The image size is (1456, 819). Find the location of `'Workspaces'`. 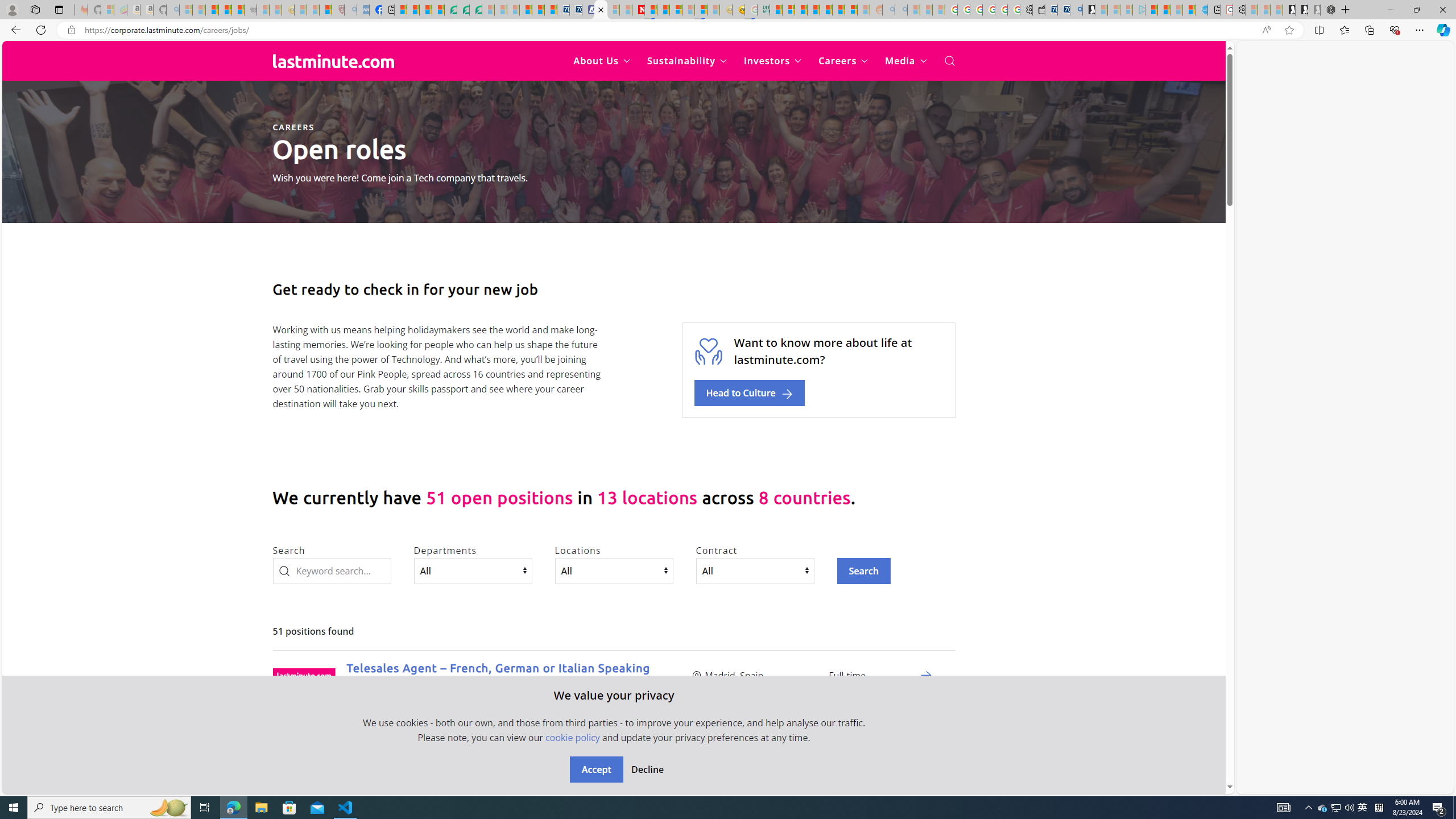

'Workspaces' is located at coordinates (35, 9).